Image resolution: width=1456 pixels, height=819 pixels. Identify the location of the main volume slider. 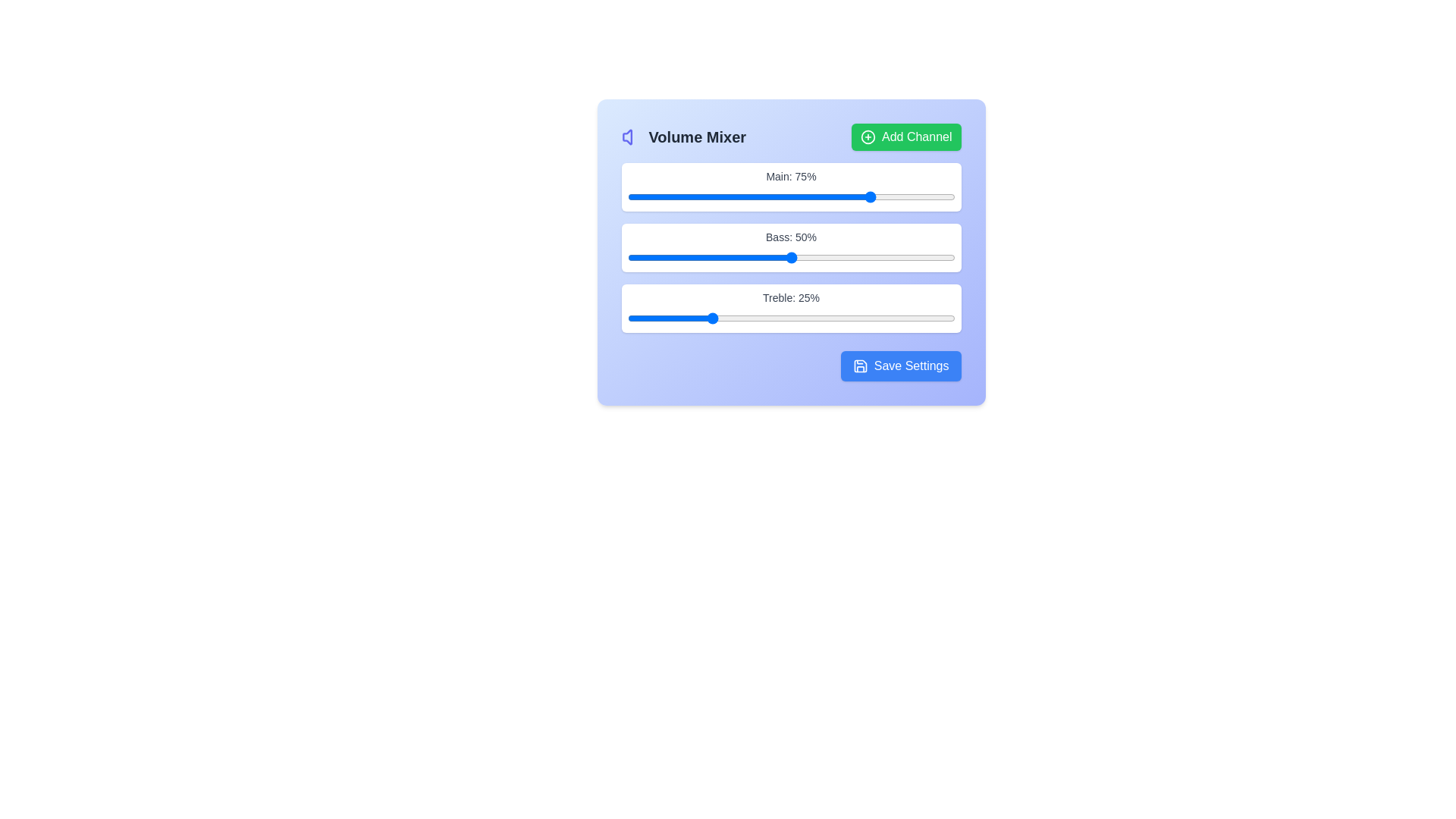
(909, 196).